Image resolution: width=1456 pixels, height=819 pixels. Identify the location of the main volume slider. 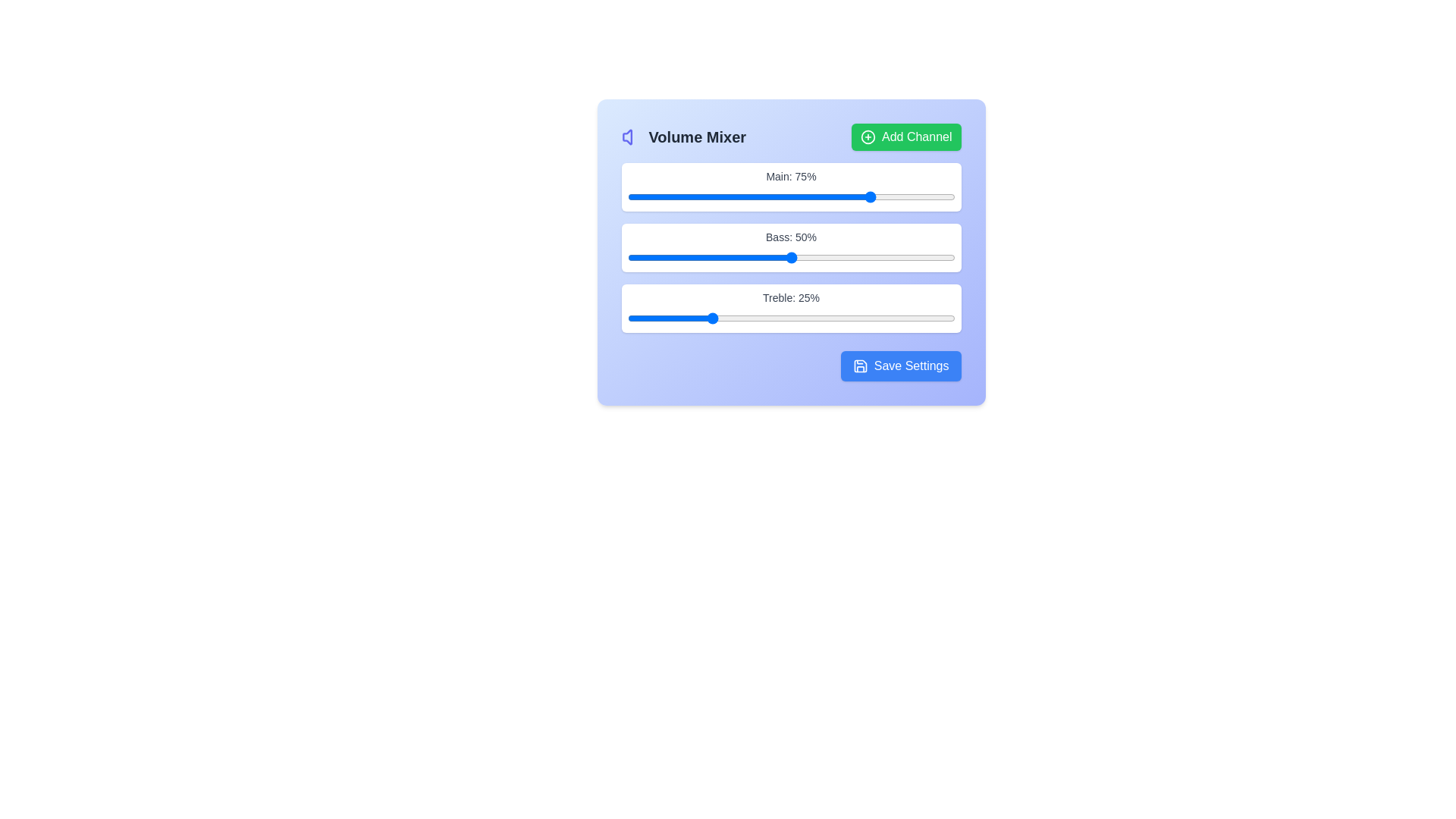
(909, 196).